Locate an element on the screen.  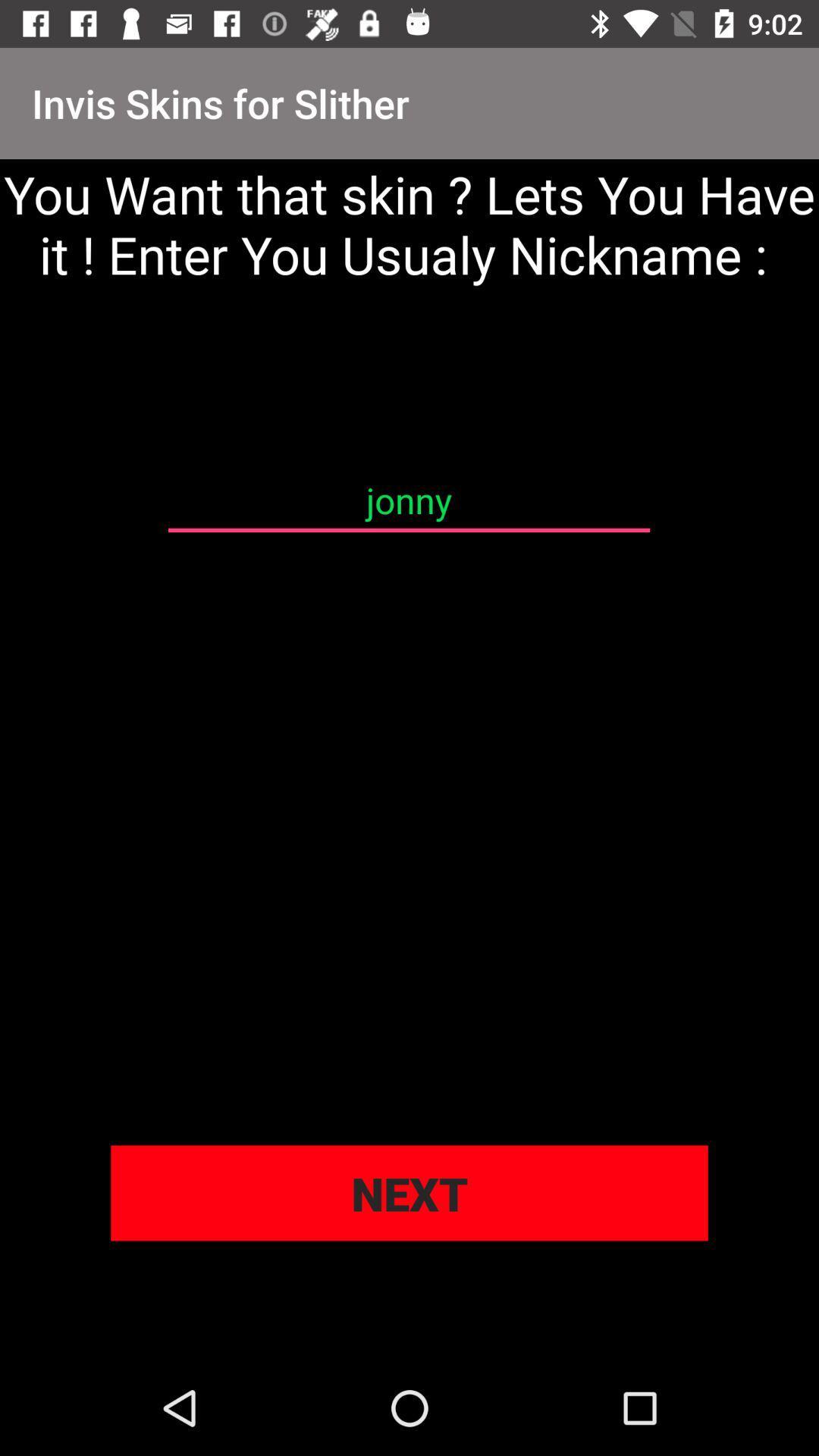
icon above next item is located at coordinates (408, 500).